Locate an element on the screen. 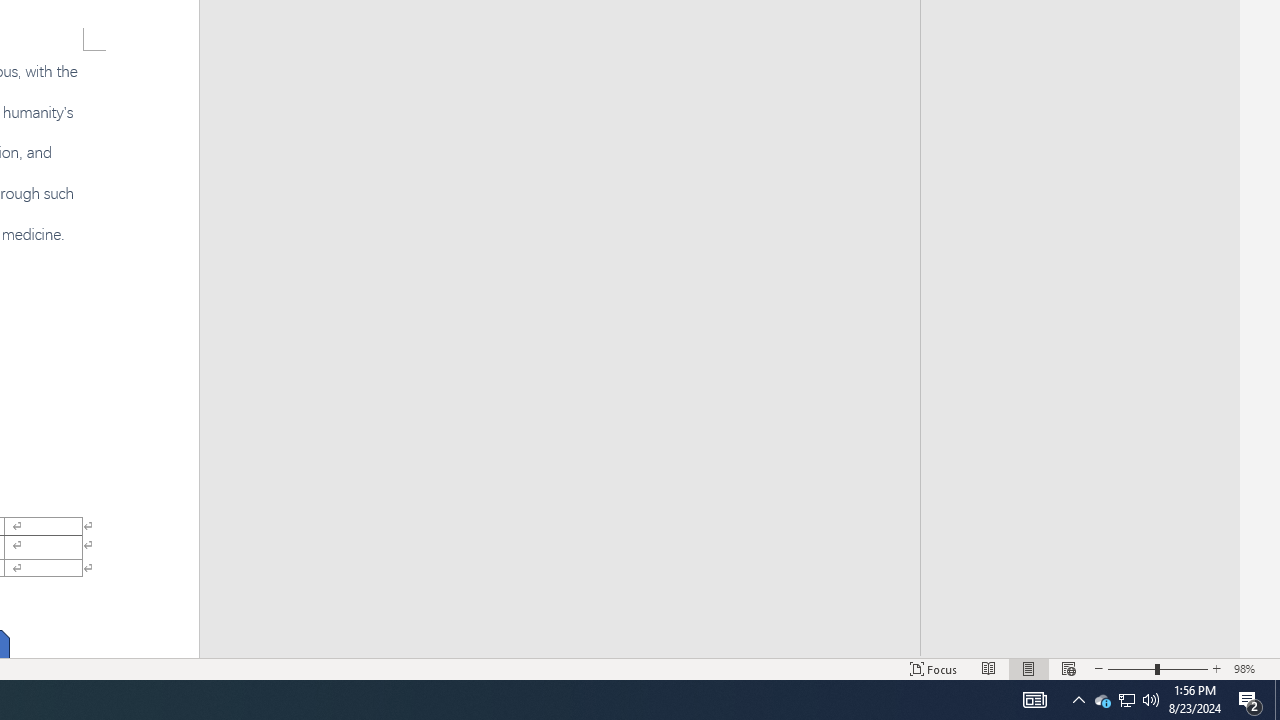  'Zoom' is located at coordinates (1158, 669).